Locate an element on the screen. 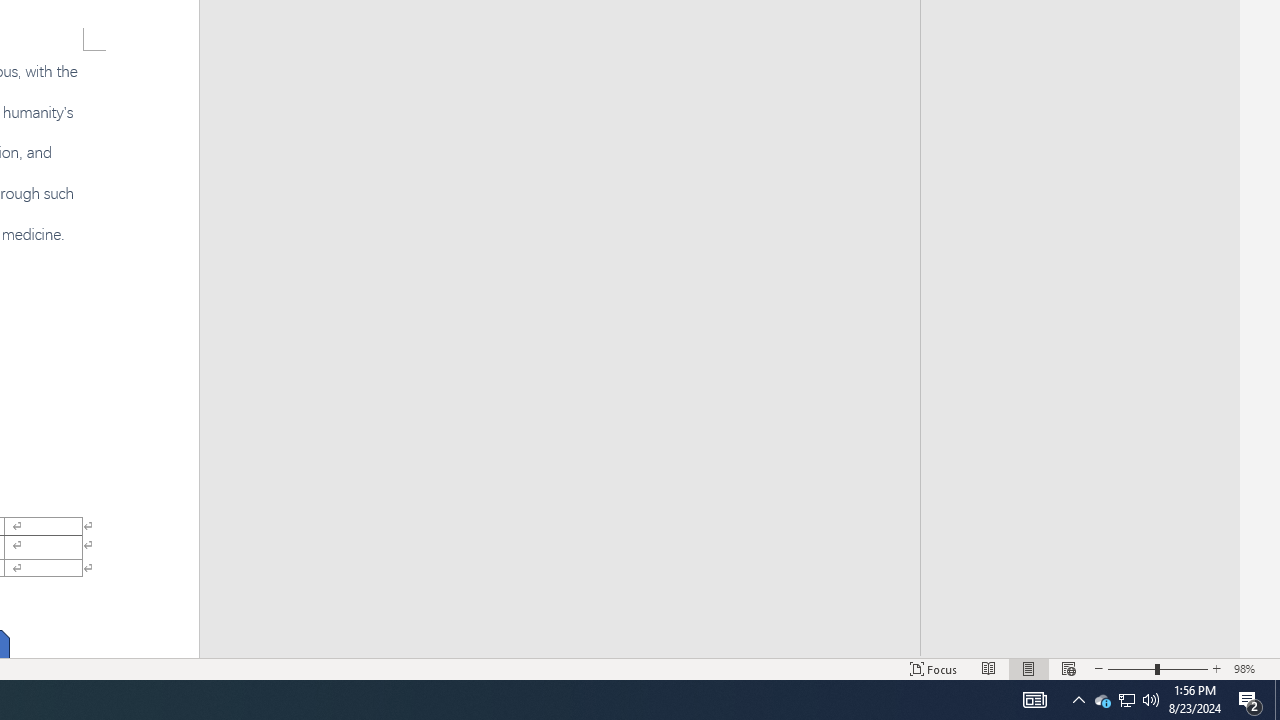  'Zoom' is located at coordinates (1158, 669).